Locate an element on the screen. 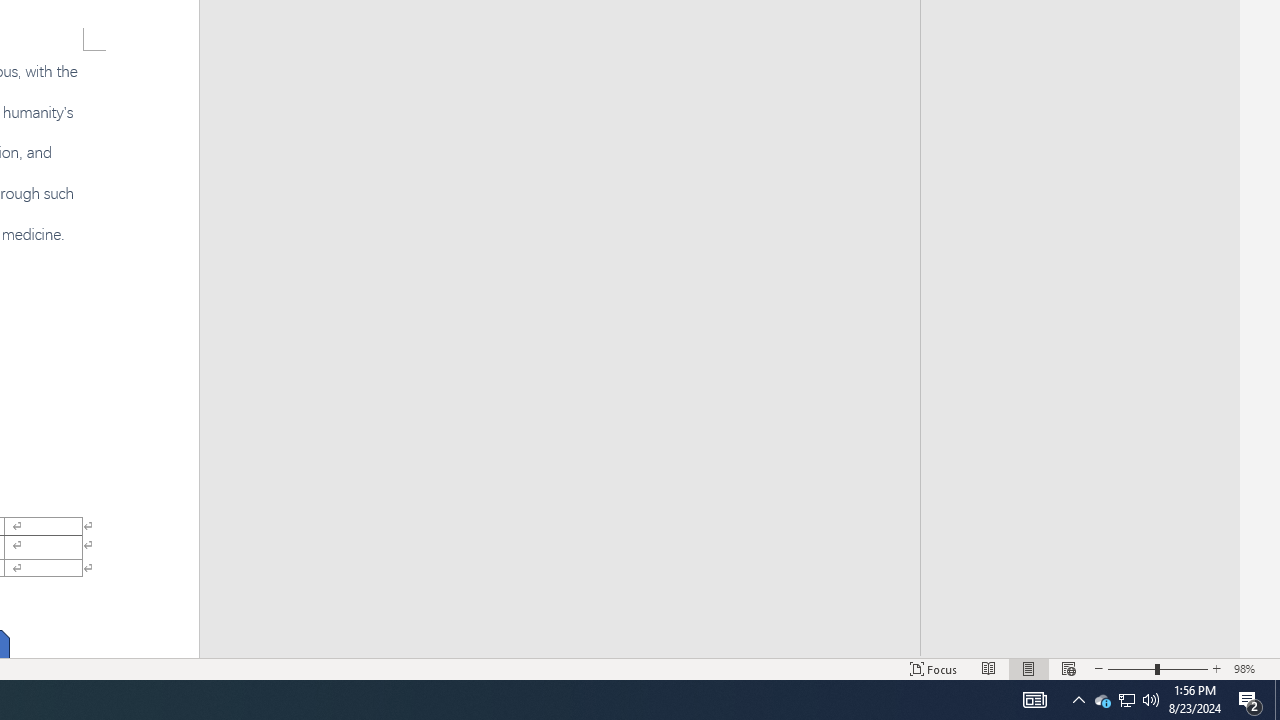  'Zoom' is located at coordinates (1158, 669).